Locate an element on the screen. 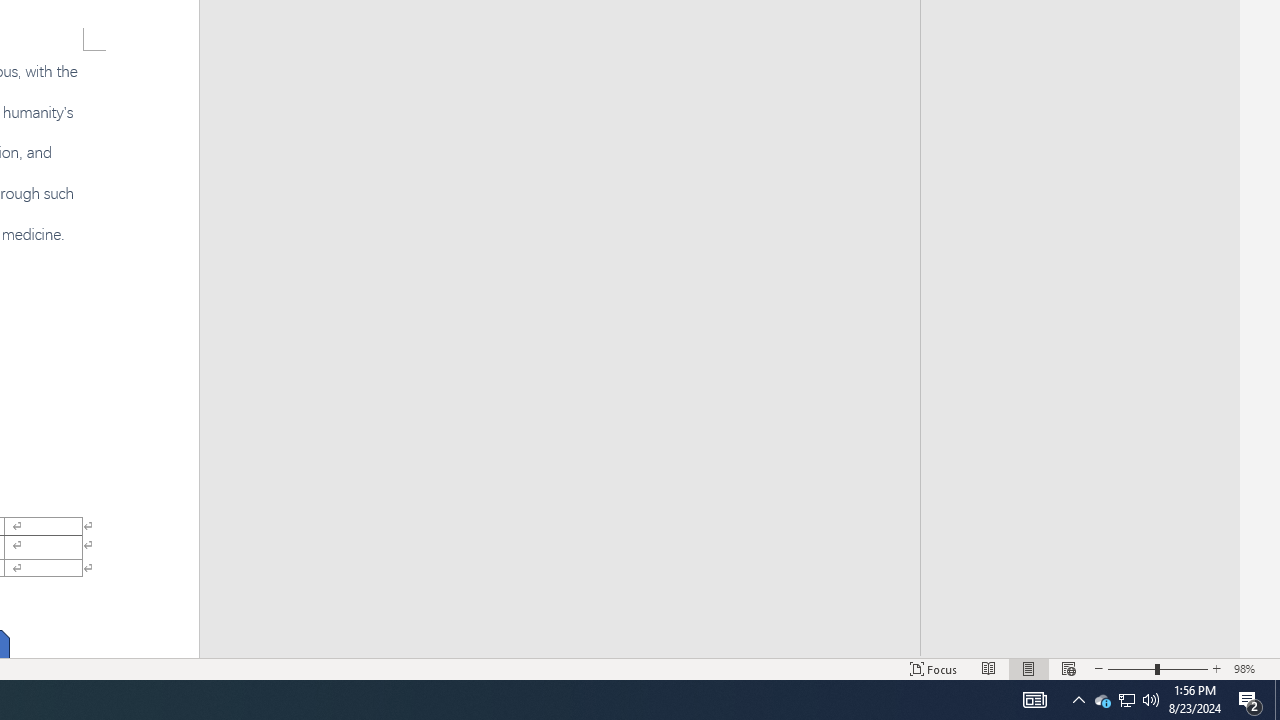  'Zoom' is located at coordinates (1158, 669).